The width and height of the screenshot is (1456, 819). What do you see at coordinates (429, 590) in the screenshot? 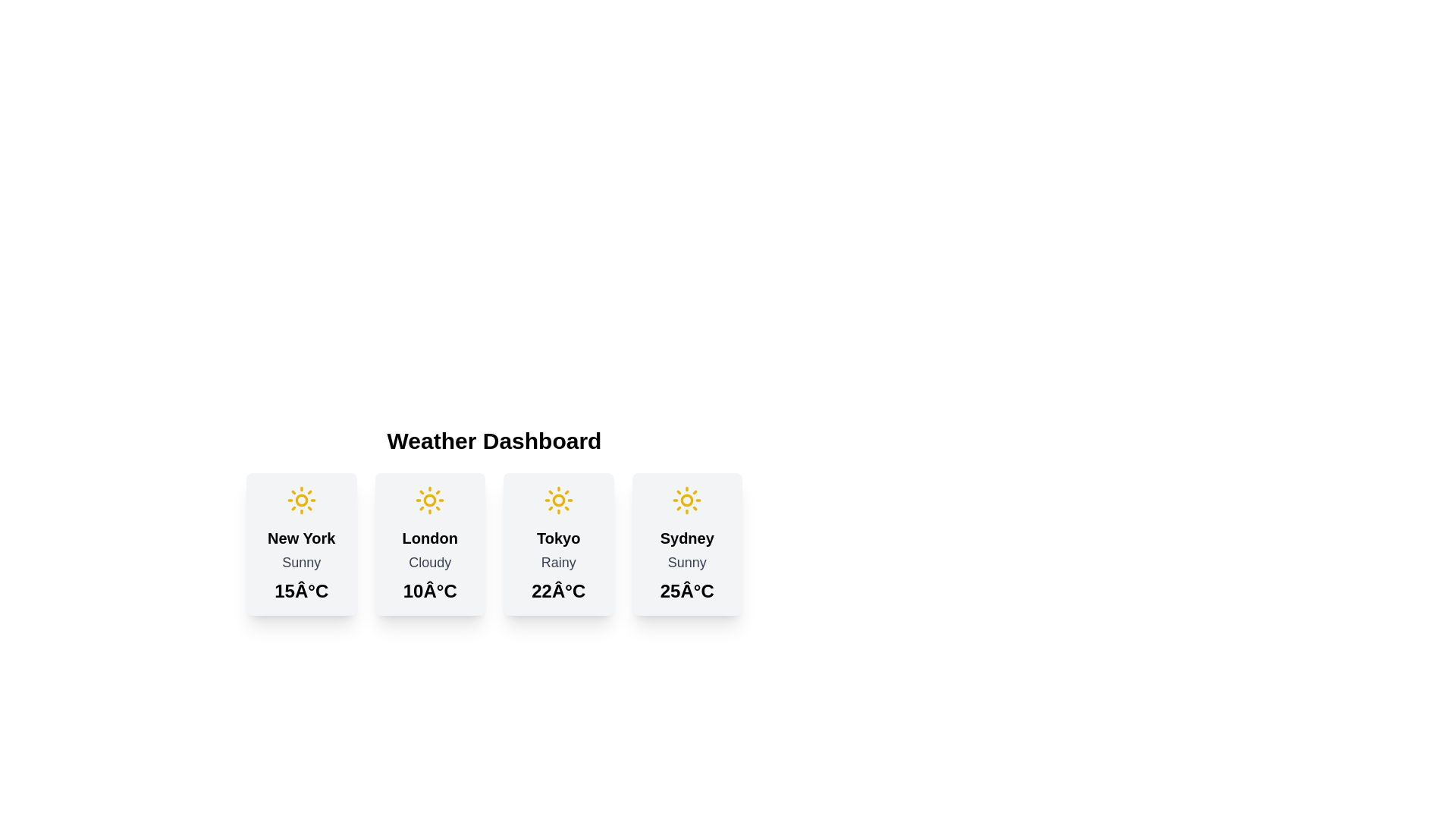
I see `the Static Label displaying the temperature value '10°C' located at the bottom of the second weather card, below the text 'Cloudy'` at bounding box center [429, 590].